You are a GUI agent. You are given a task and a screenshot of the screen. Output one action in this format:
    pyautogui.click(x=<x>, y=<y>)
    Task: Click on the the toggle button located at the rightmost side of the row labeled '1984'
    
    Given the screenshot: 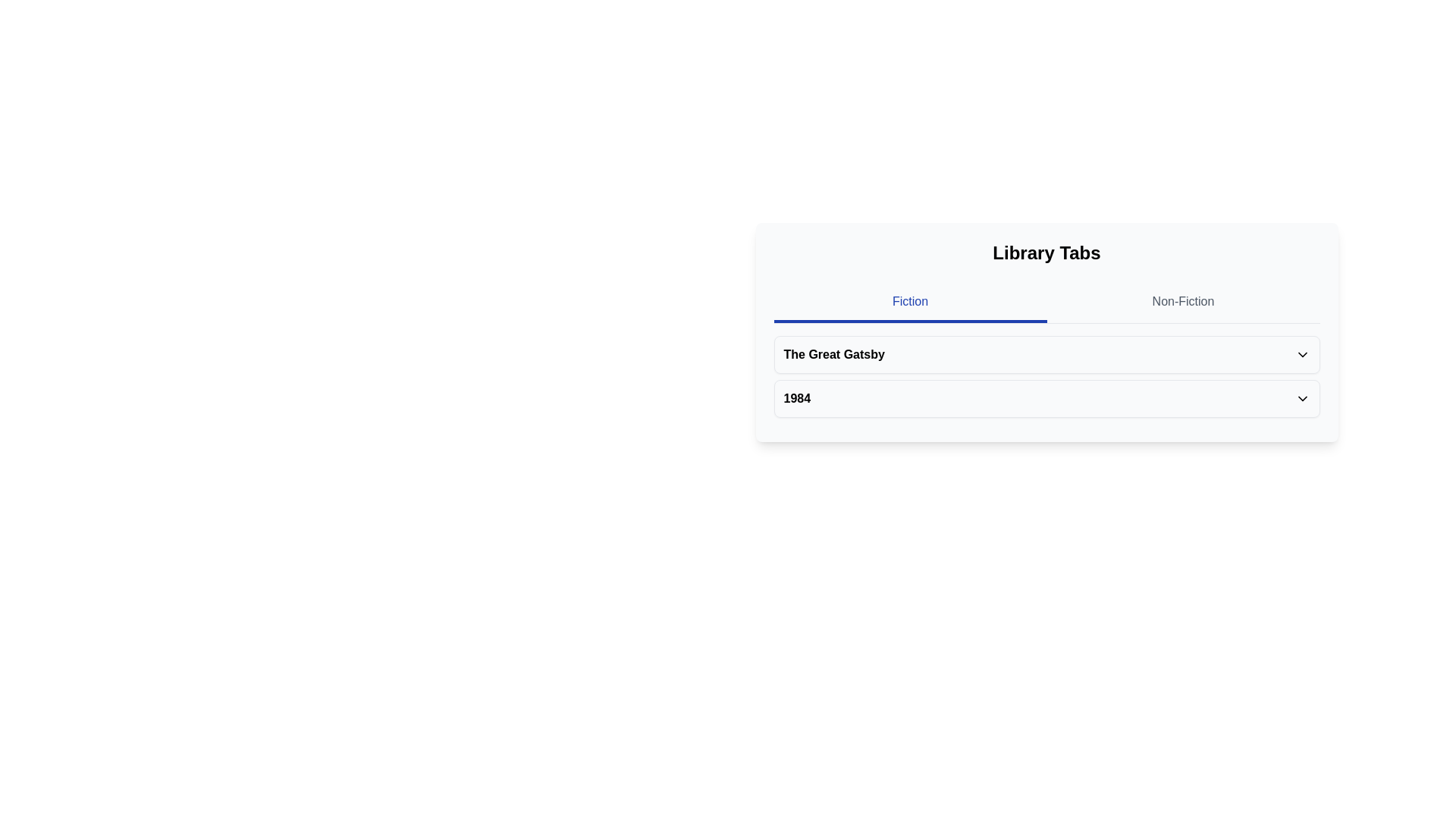 What is the action you would take?
    pyautogui.click(x=1301, y=397)
    